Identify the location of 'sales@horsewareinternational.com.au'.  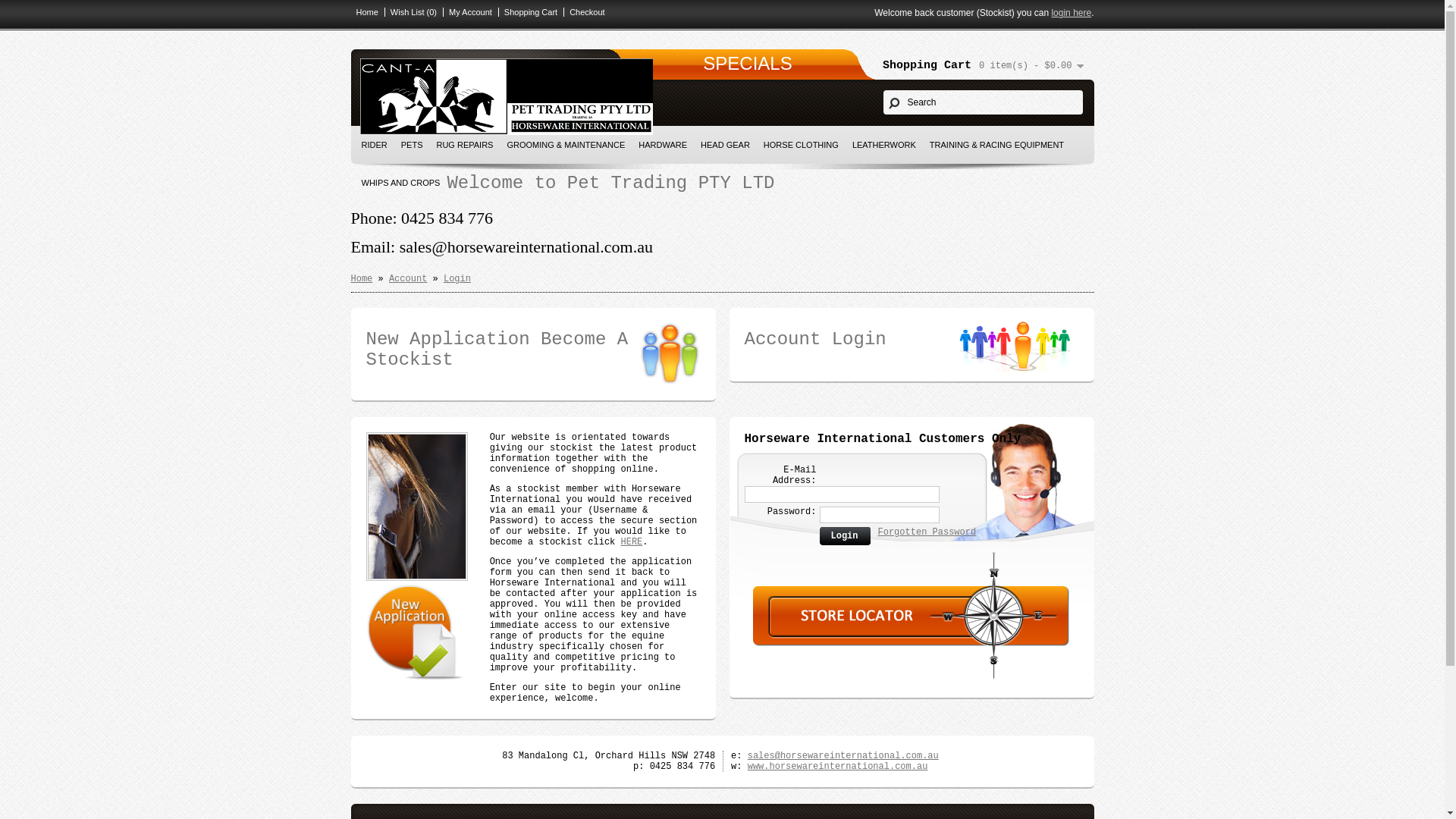
(843, 755).